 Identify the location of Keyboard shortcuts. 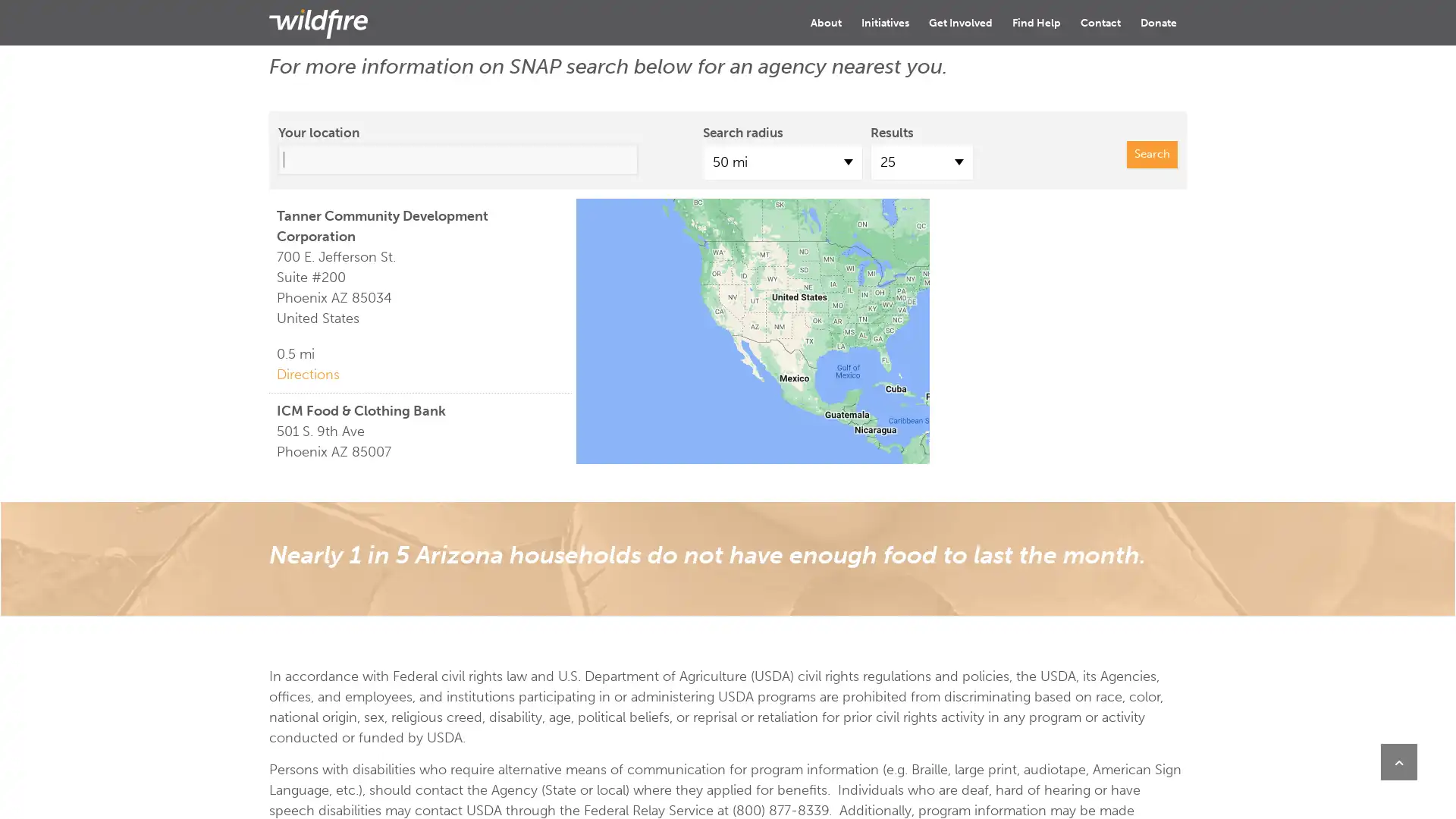
(871, 457).